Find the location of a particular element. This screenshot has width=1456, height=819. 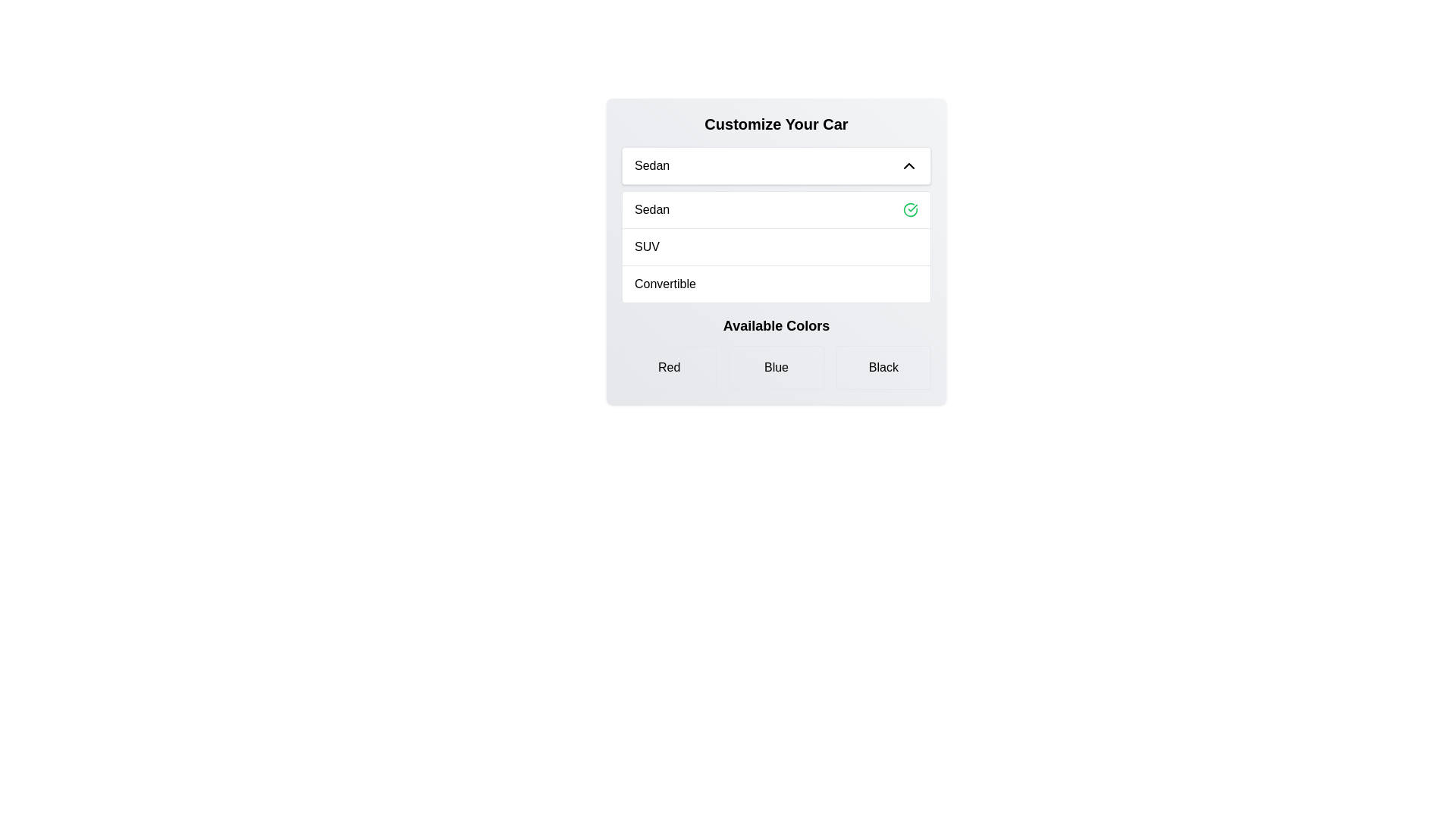

the selectable list item labeled 'Sedan' is located at coordinates (776, 210).